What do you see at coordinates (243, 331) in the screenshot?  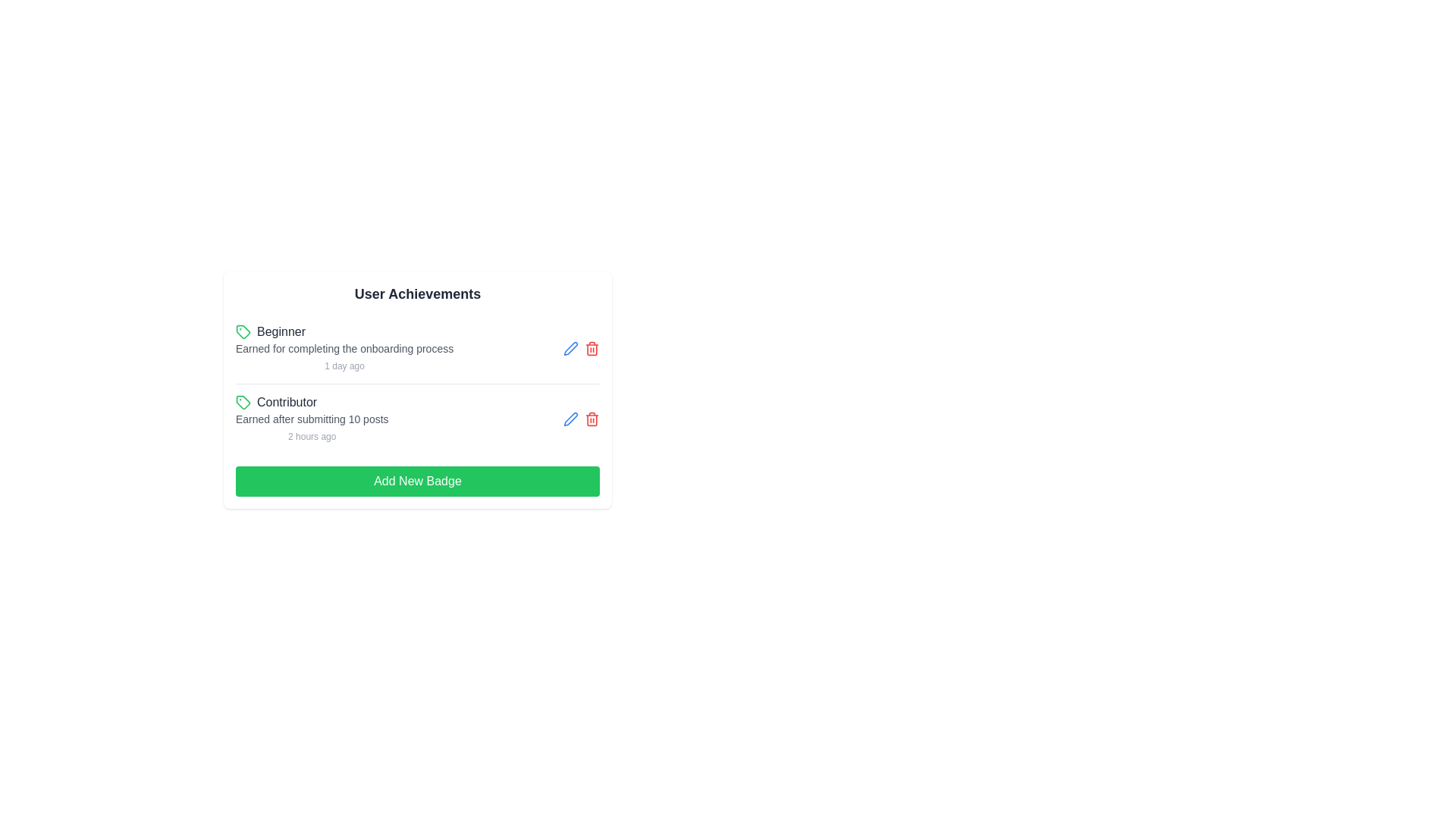 I see `the SVG icon resembling a tag with a green outline, positioned to the left of the 'Beginner' text in the 'User Achievements' section` at bounding box center [243, 331].